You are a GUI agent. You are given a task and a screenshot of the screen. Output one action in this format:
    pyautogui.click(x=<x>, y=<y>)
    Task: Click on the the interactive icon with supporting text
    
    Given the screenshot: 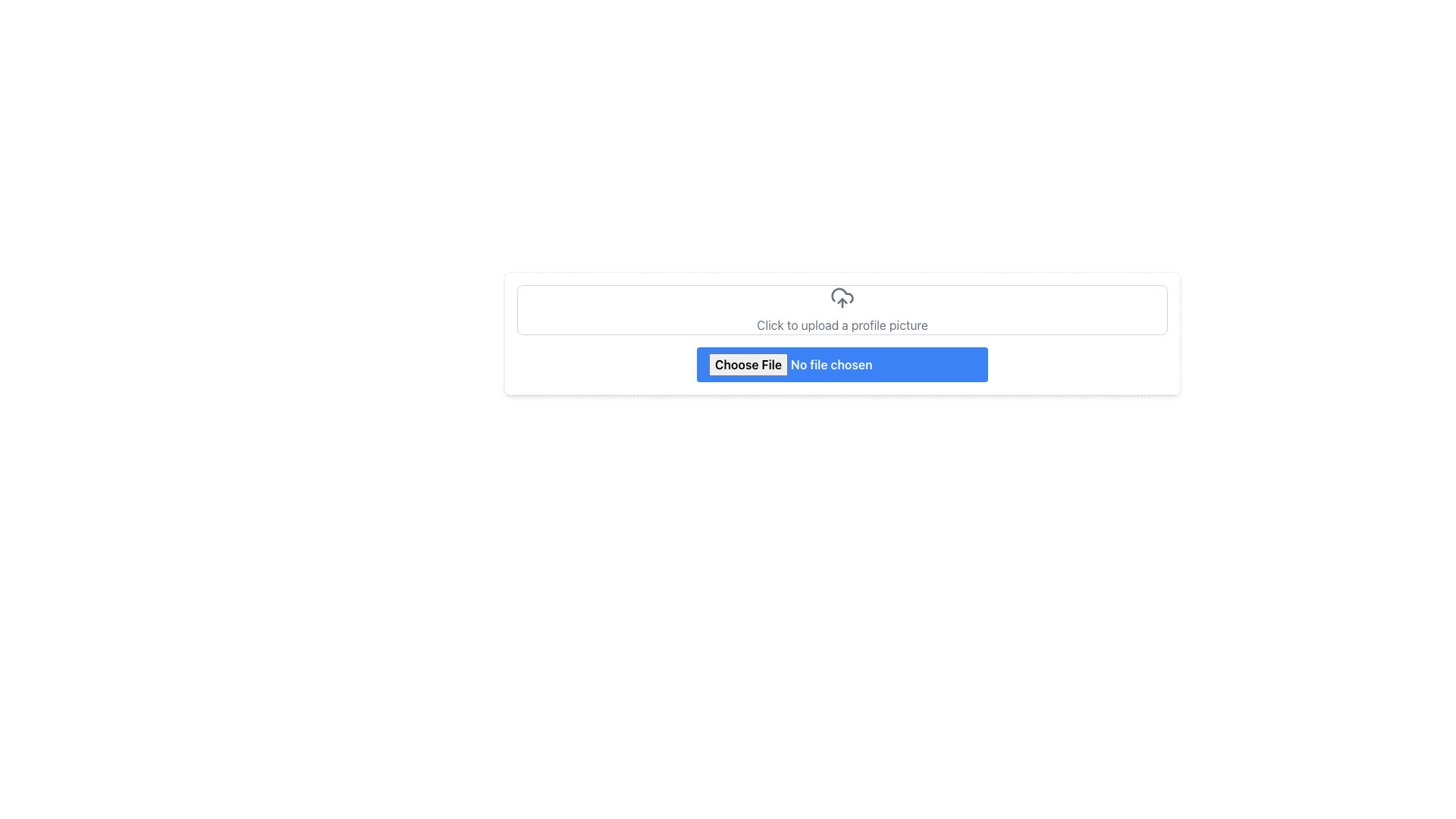 What is the action you would take?
    pyautogui.click(x=841, y=309)
    